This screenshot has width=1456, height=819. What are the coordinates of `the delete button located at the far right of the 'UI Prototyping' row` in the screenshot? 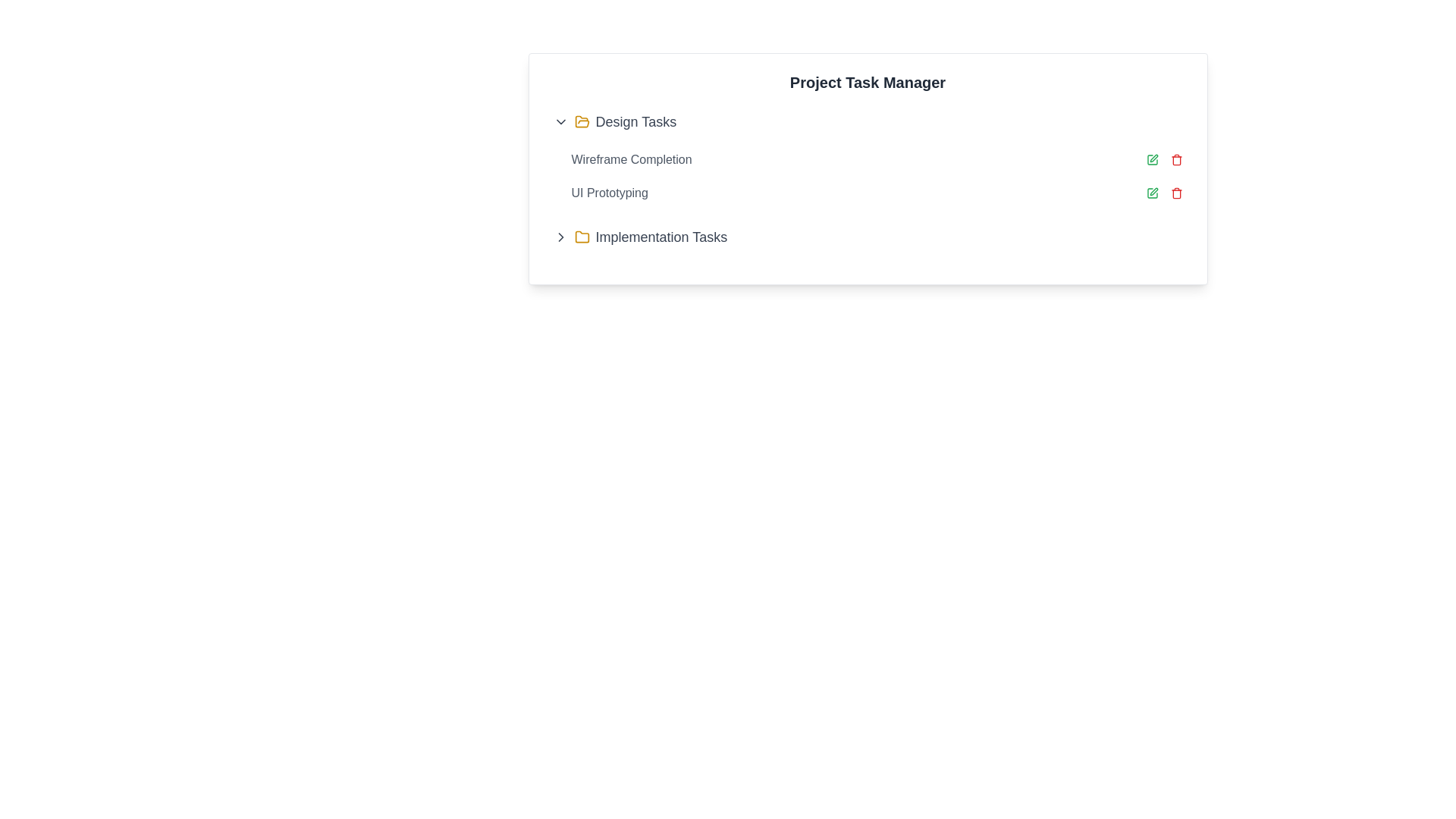 It's located at (1175, 192).